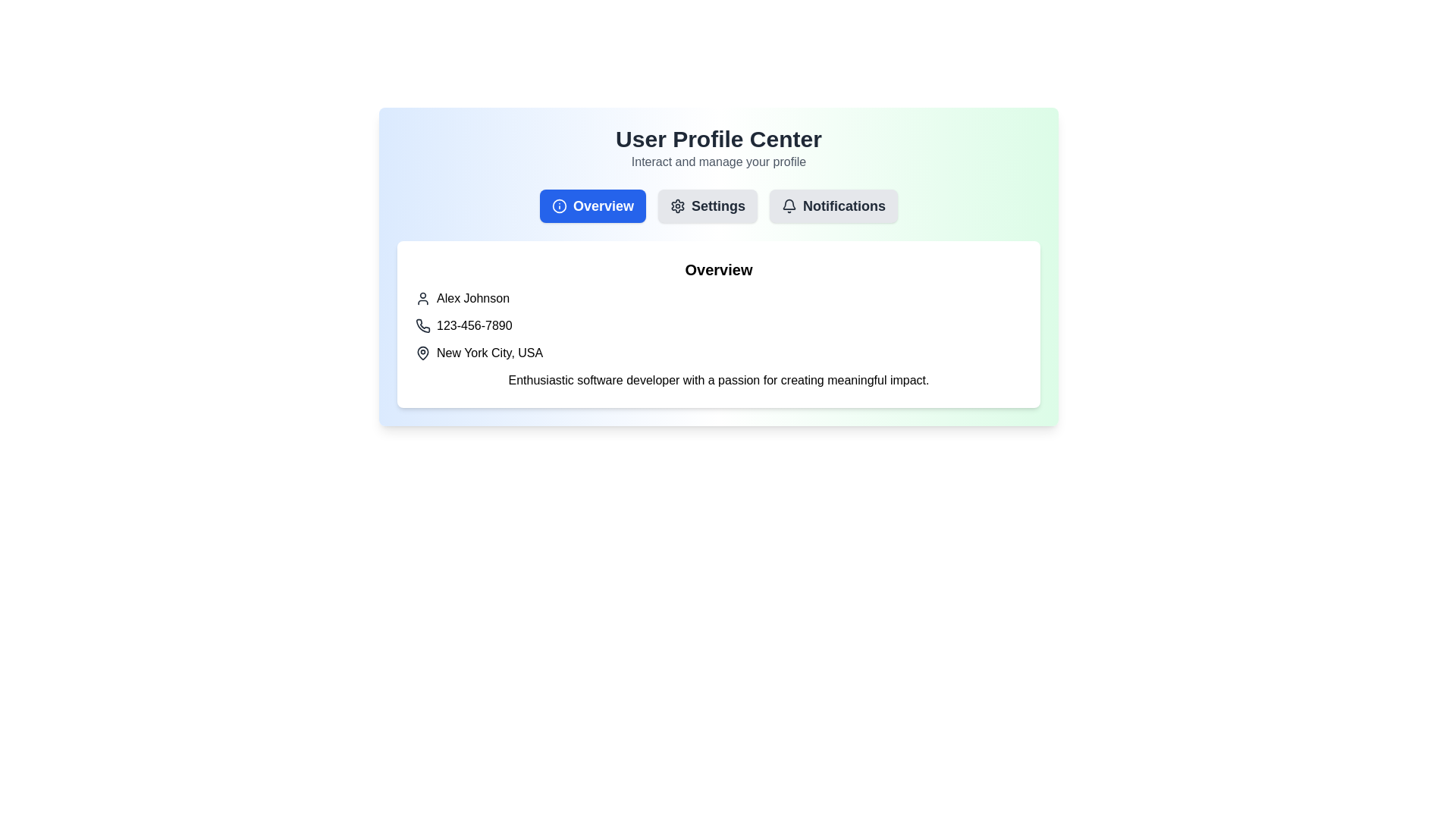 The height and width of the screenshot is (819, 1456). Describe the element at coordinates (422, 298) in the screenshot. I see `the user profile SVG icon located to the left of the text 'Alex Johnson' in the 'Overview' section of the user profile interface` at that location.